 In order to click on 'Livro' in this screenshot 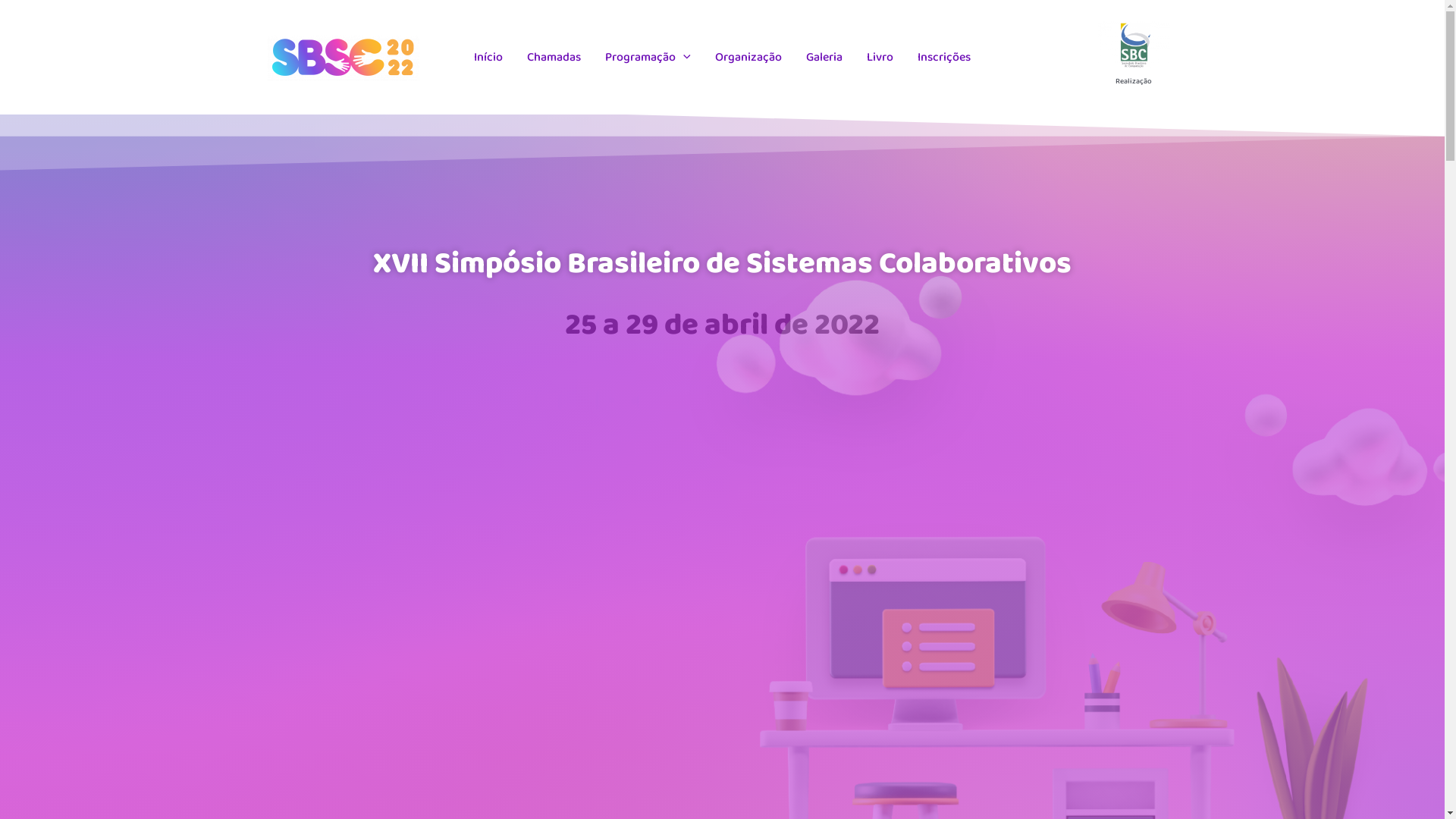, I will do `click(880, 57)`.